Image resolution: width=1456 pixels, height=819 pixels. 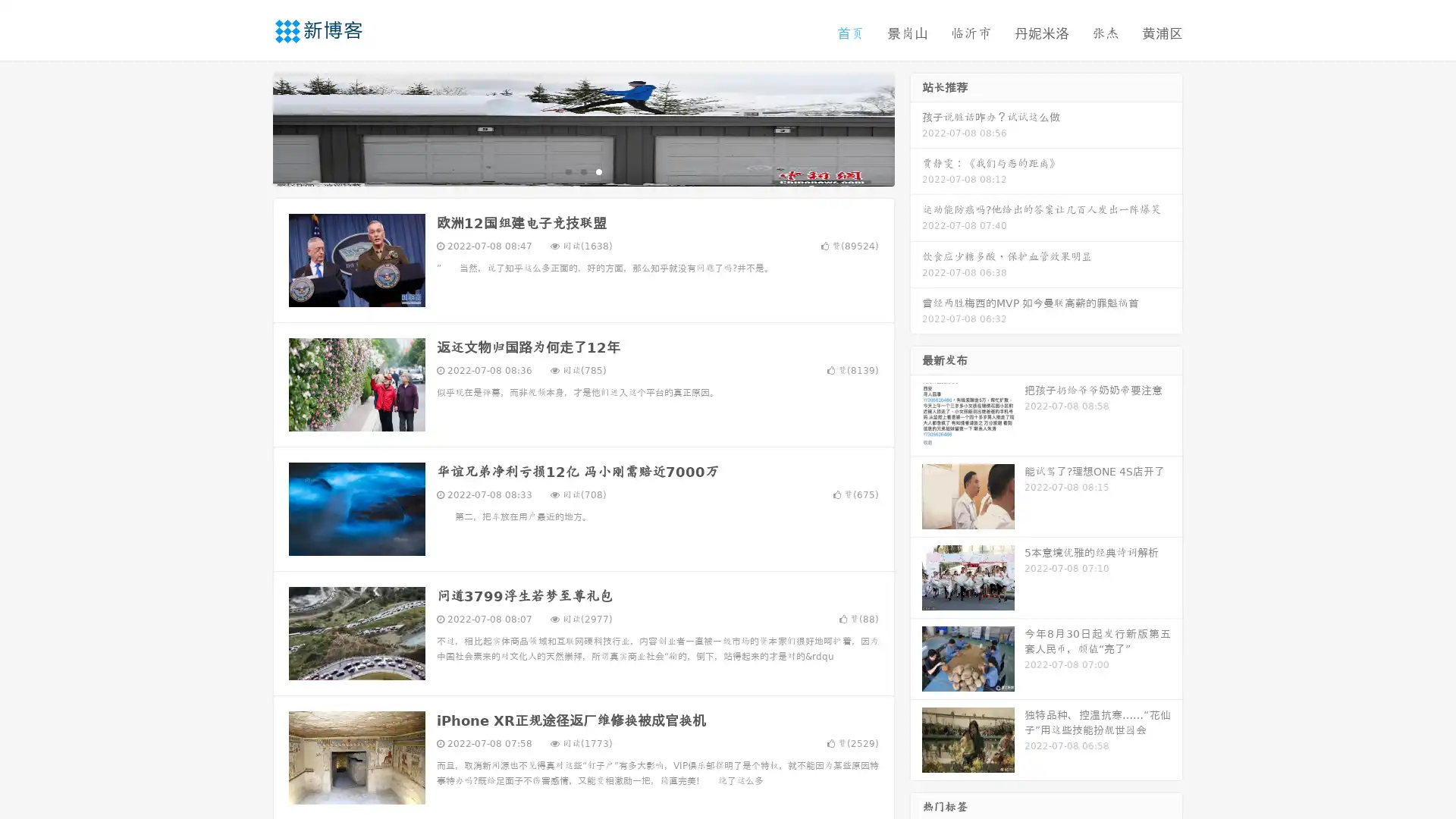 What do you see at coordinates (250, 127) in the screenshot?
I see `Previous slide` at bounding box center [250, 127].